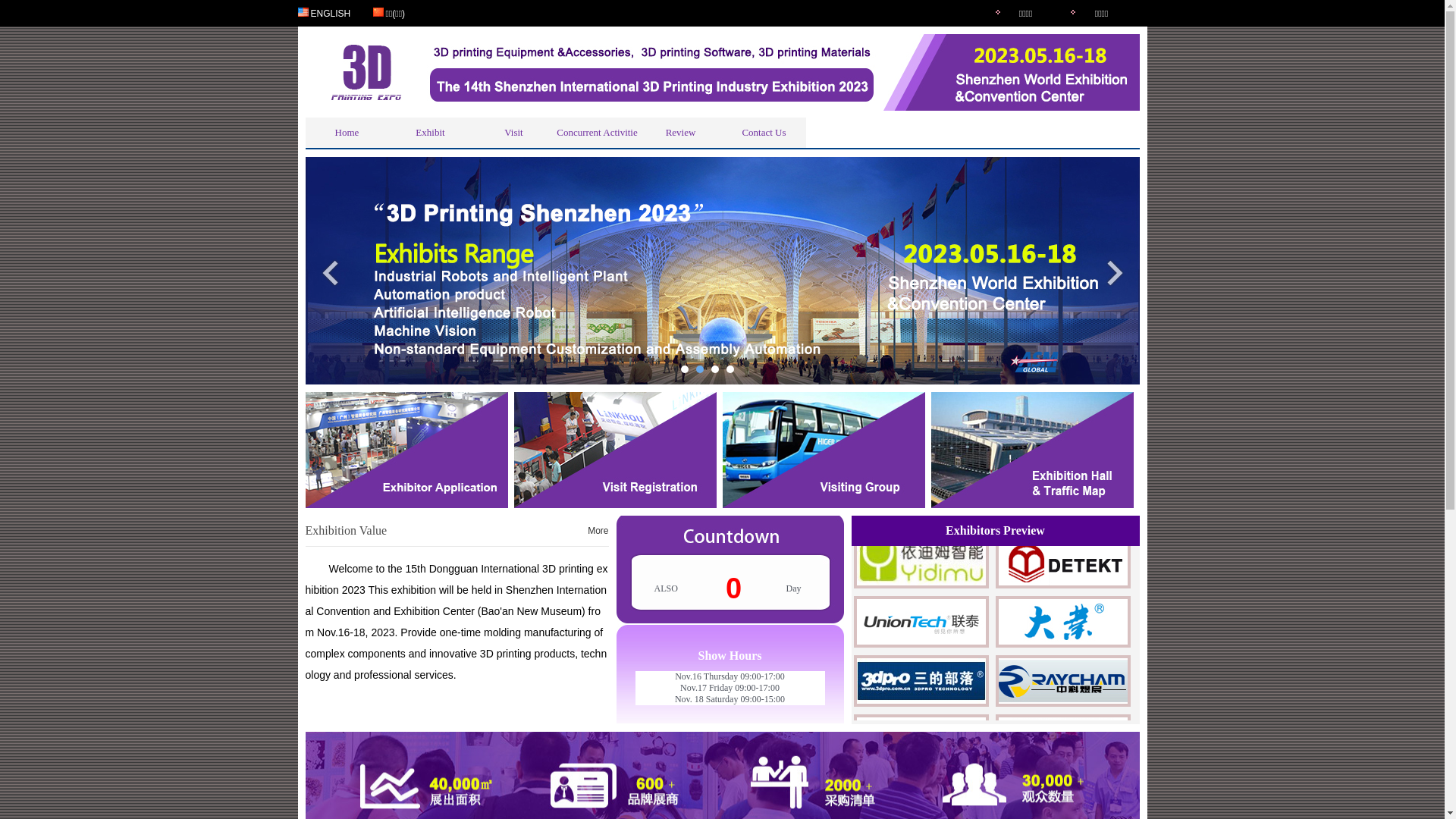 The image size is (1456, 819). I want to click on 'More', so click(597, 529).